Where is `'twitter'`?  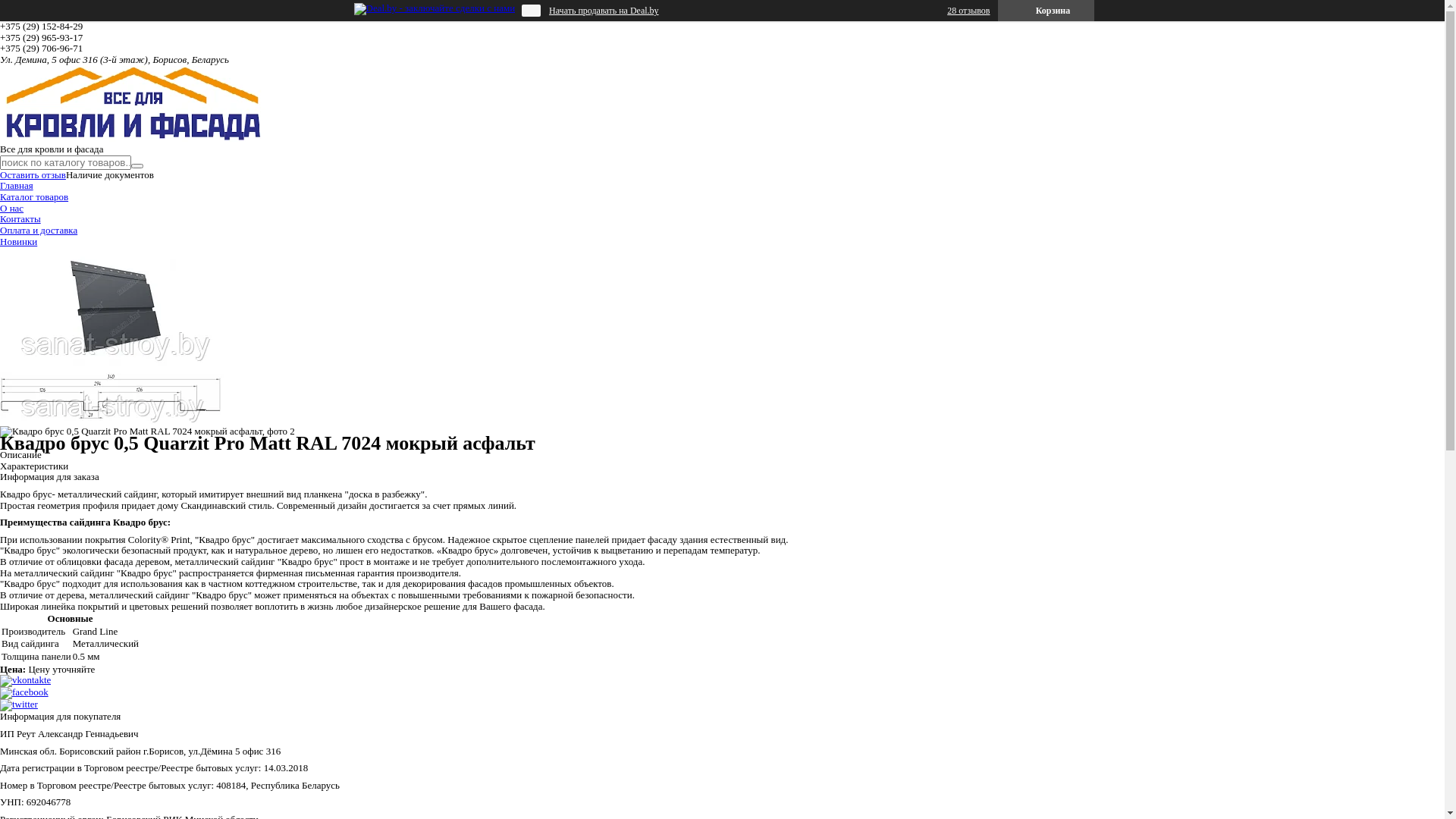 'twitter' is located at coordinates (0, 704).